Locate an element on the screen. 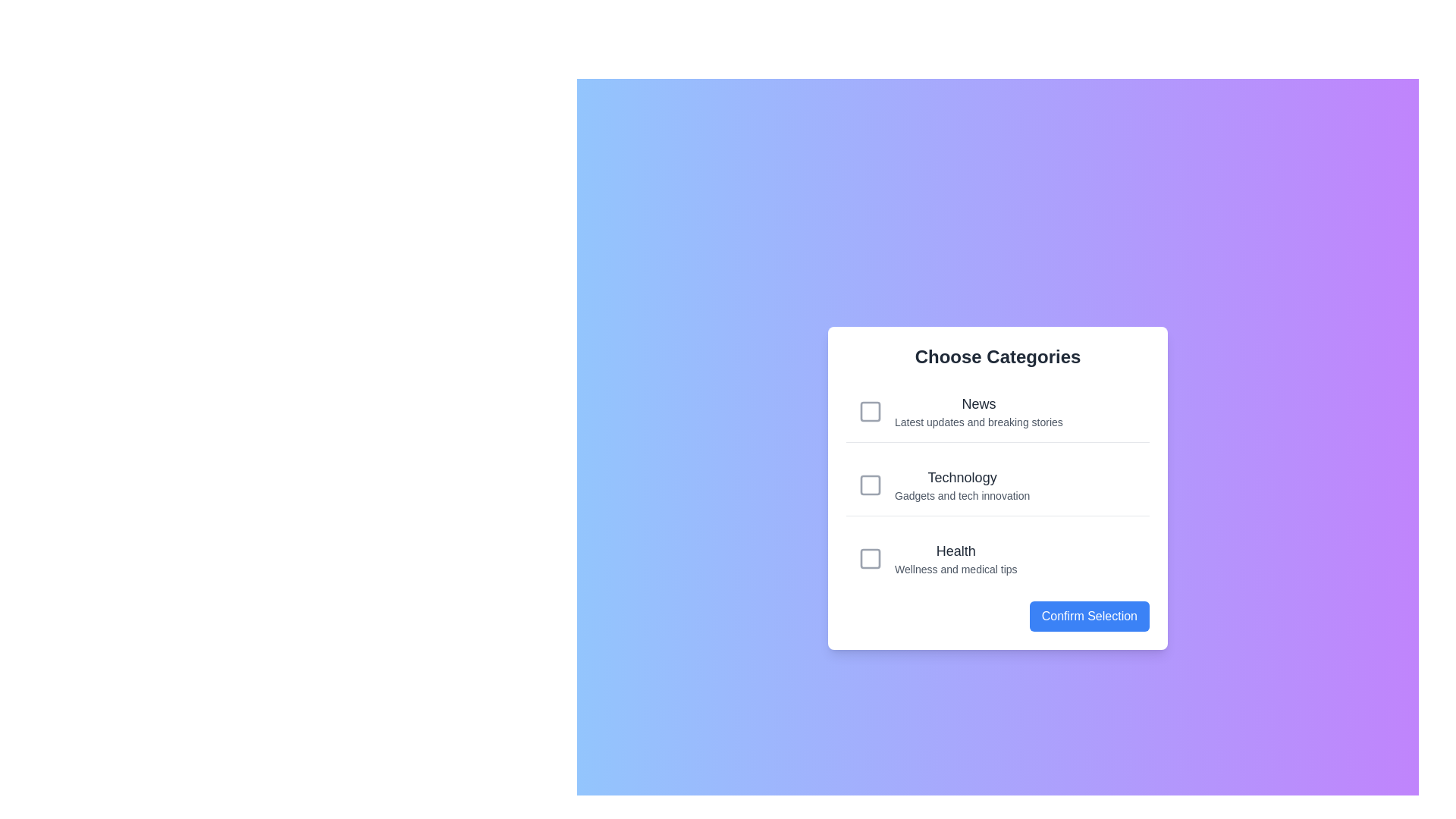  the category Technology to toggle its selection state is located at coordinates (997, 485).